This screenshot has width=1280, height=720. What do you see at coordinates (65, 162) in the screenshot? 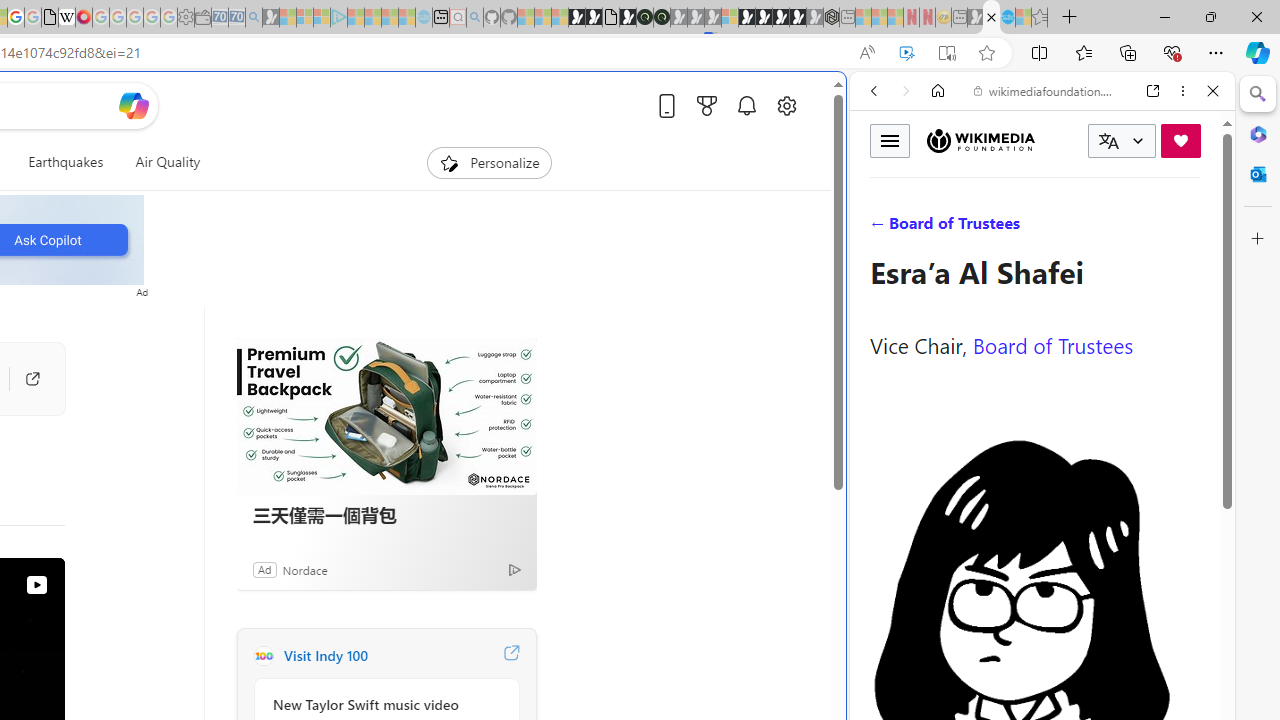
I see `'Earthquakes'` at bounding box center [65, 162].